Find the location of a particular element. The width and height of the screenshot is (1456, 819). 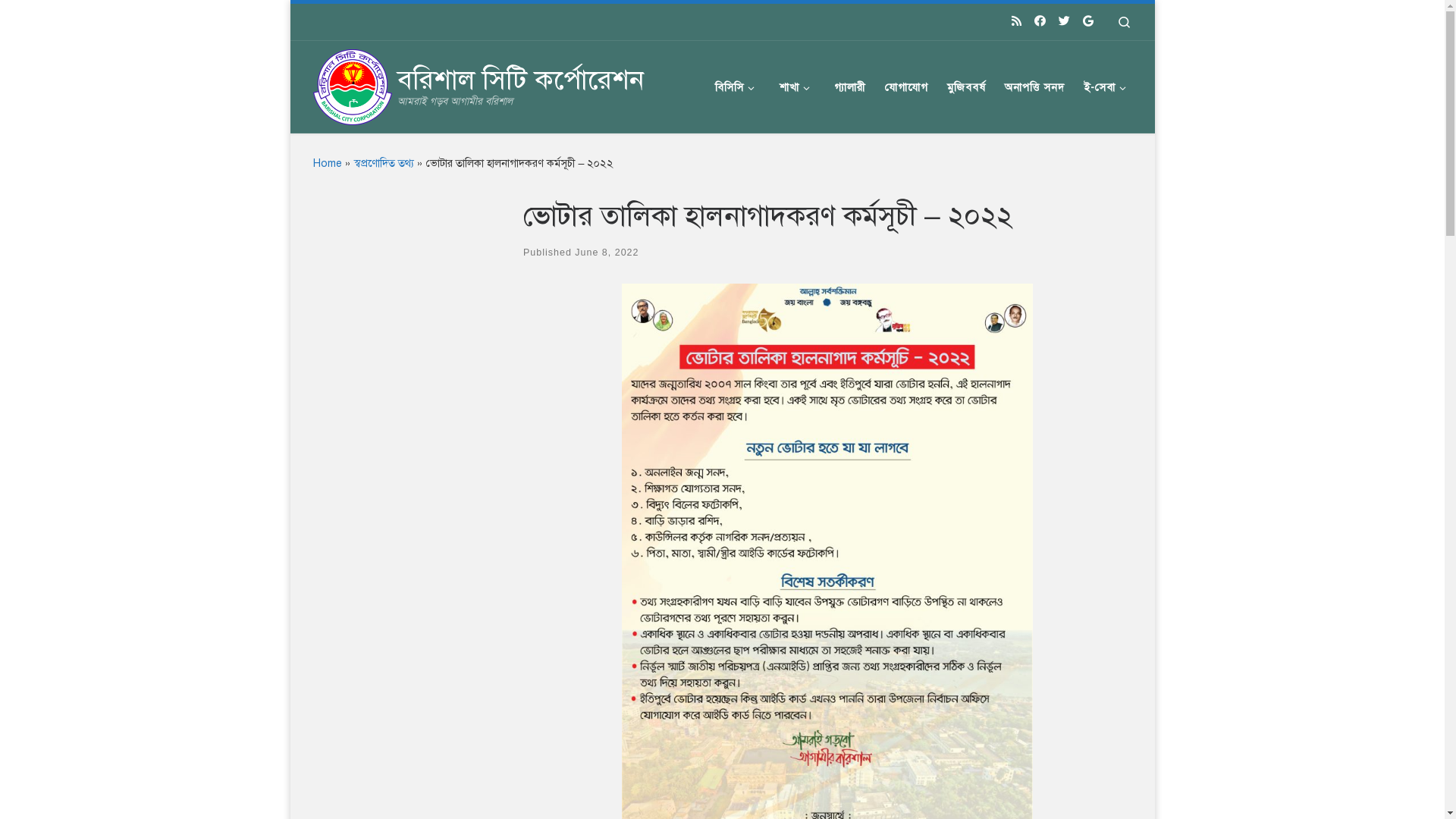

'Follow us on Facebook' is located at coordinates (1039, 21).